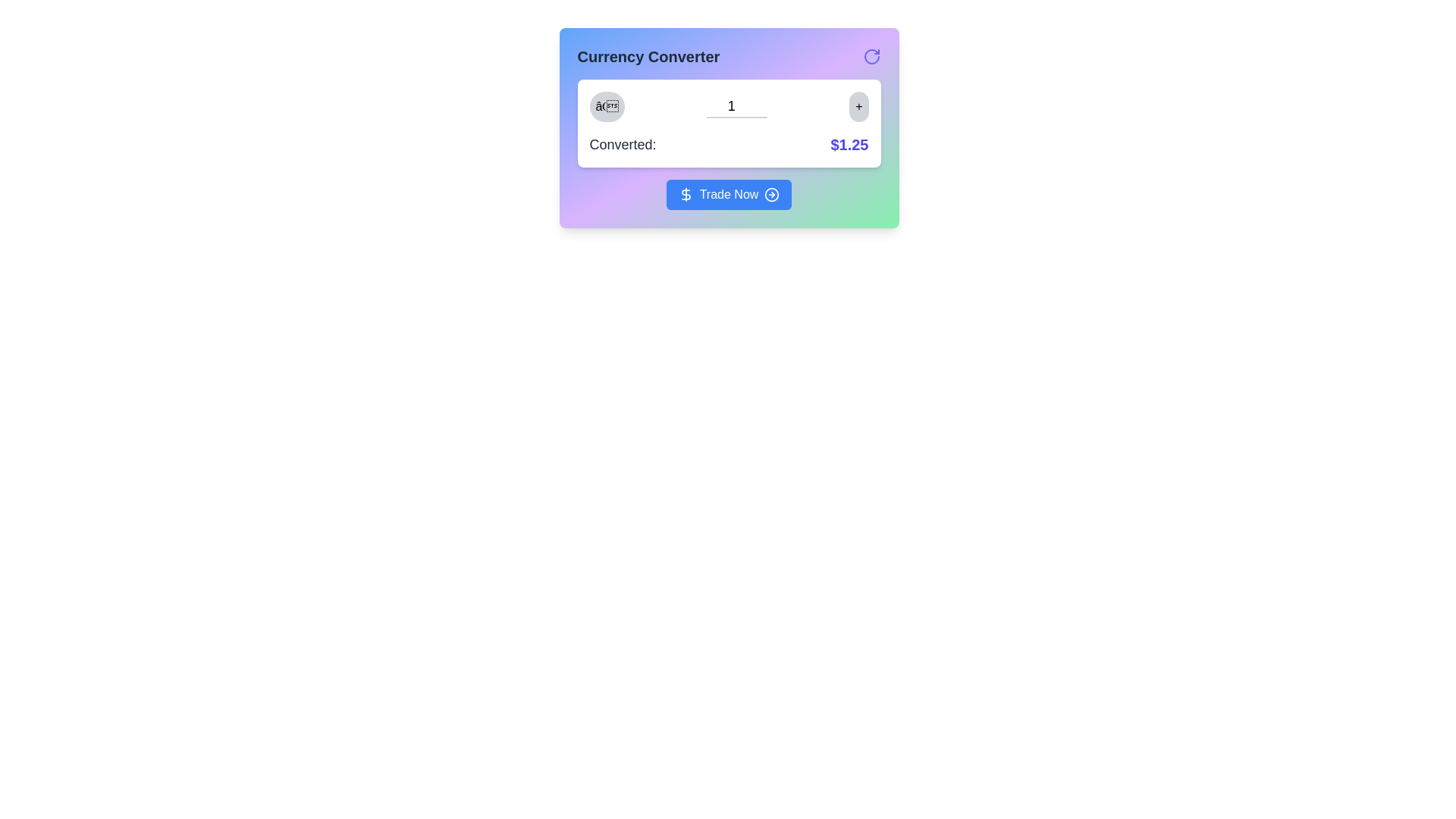 Image resolution: width=1456 pixels, height=819 pixels. I want to click on the Label or Title Text located at the top-left section of the card, which serves as the header for the card content, so click(648, 55).